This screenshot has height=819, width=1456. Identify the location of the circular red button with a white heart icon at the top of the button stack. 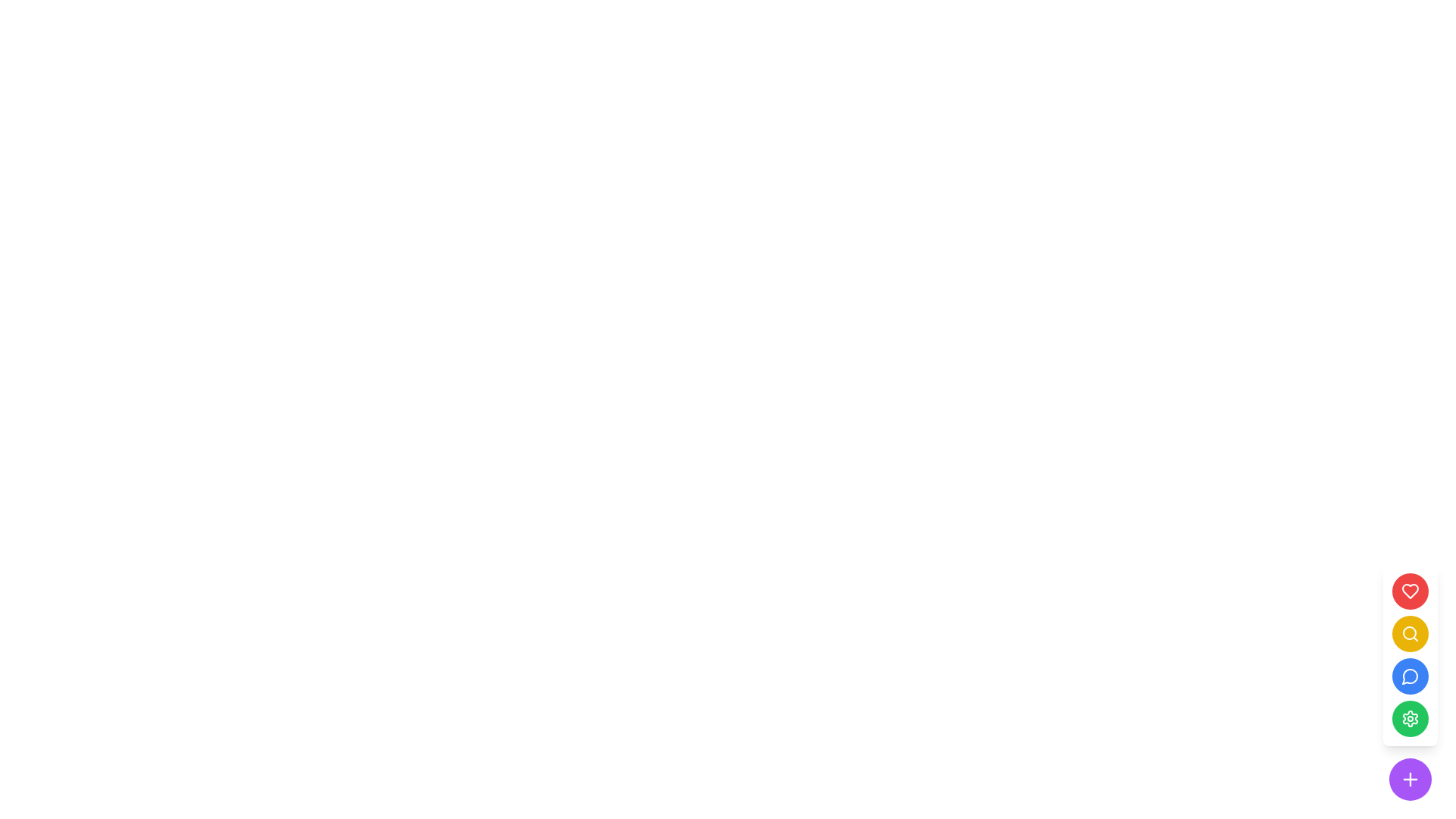
(1410, 590).